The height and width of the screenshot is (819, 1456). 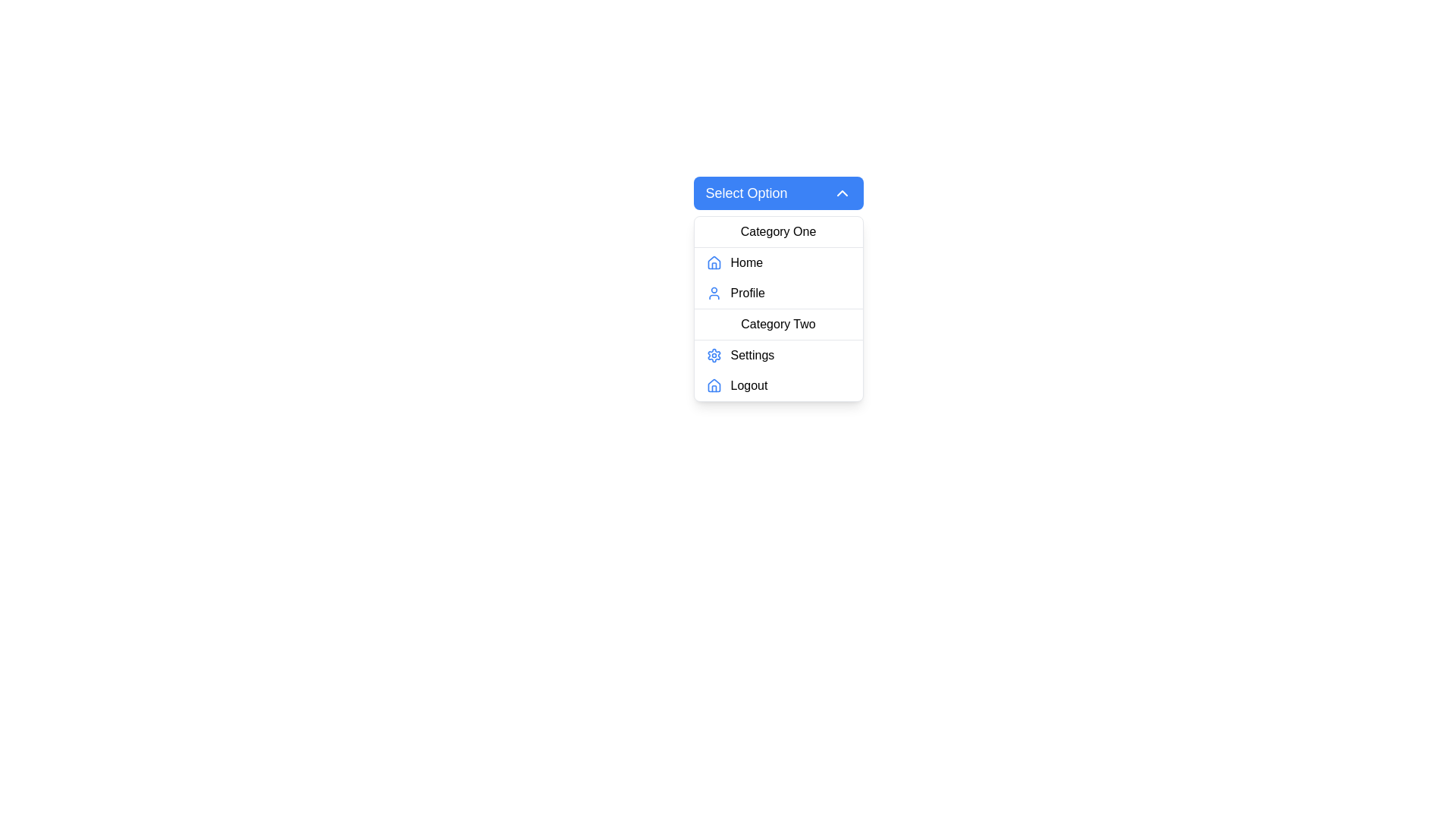 What do you see at coordinates (713, 356) in the screenshot?
I see `the gear icon representing the settings option located in the vertical menu under 'Category Two'` at bounding box center [713, 356].